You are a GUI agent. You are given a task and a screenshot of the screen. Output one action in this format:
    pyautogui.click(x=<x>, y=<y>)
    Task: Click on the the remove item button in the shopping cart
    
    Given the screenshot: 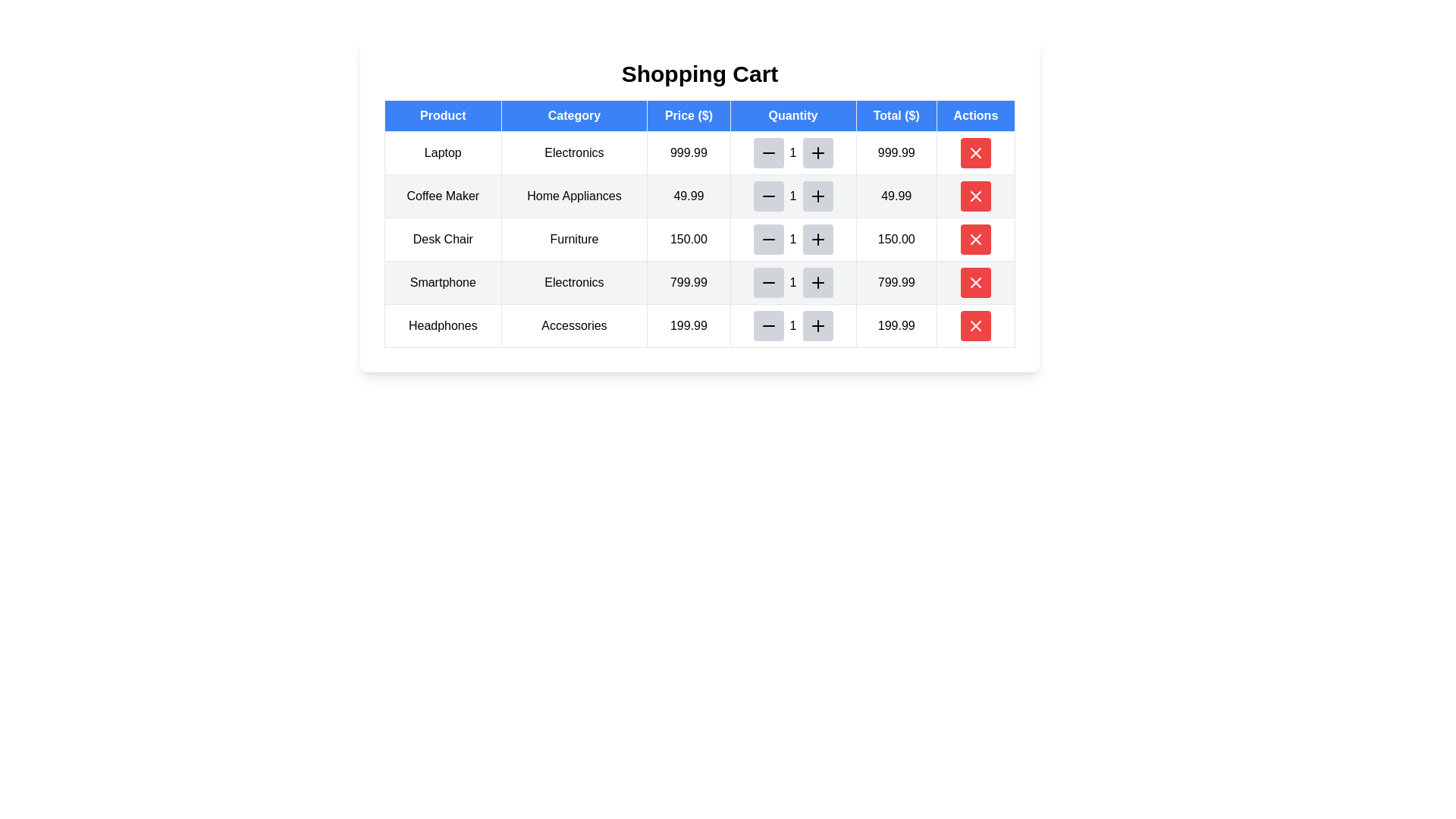 What is the action you would take?
    pyautogui.click(x=975, y=152)
    